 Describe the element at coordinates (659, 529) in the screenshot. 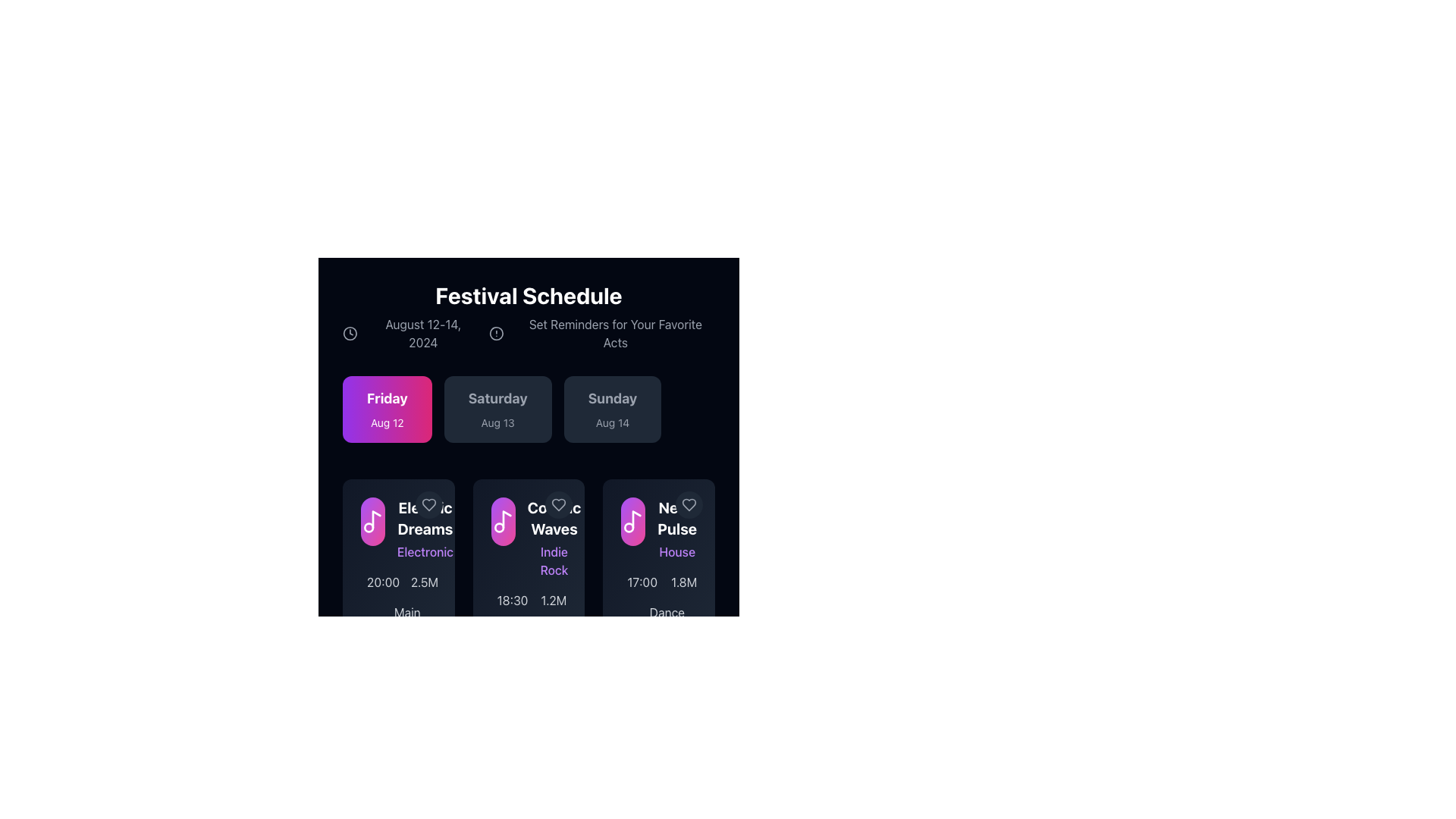

I see `the content card block representing the event listing in the third column below the 'Friday August 12' header` at that location.